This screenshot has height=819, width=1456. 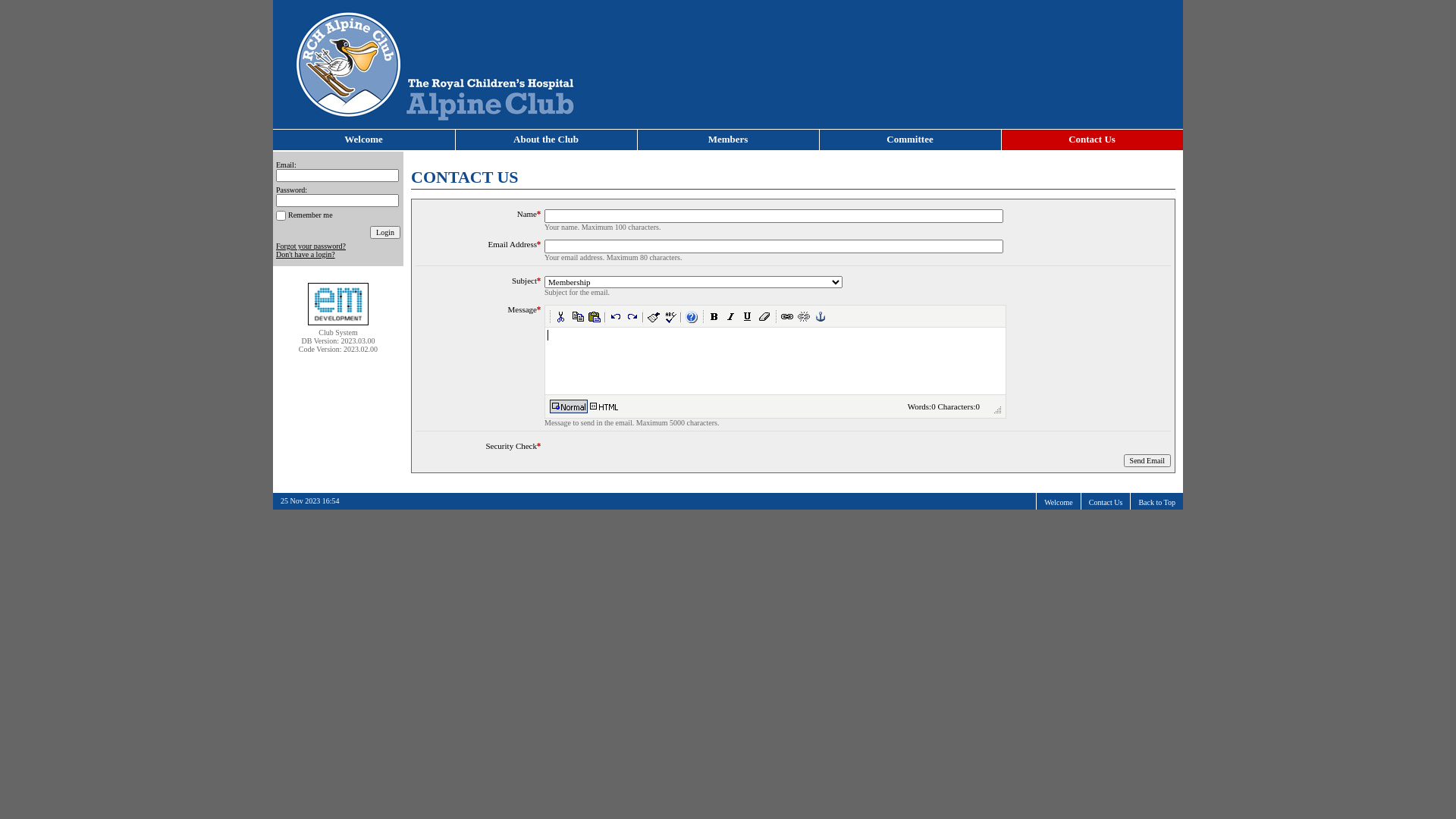 What do you see at coordinates (1156, 502) in the screenshot?
I see `'Back to Top'` at bounding box center [1156, 502].